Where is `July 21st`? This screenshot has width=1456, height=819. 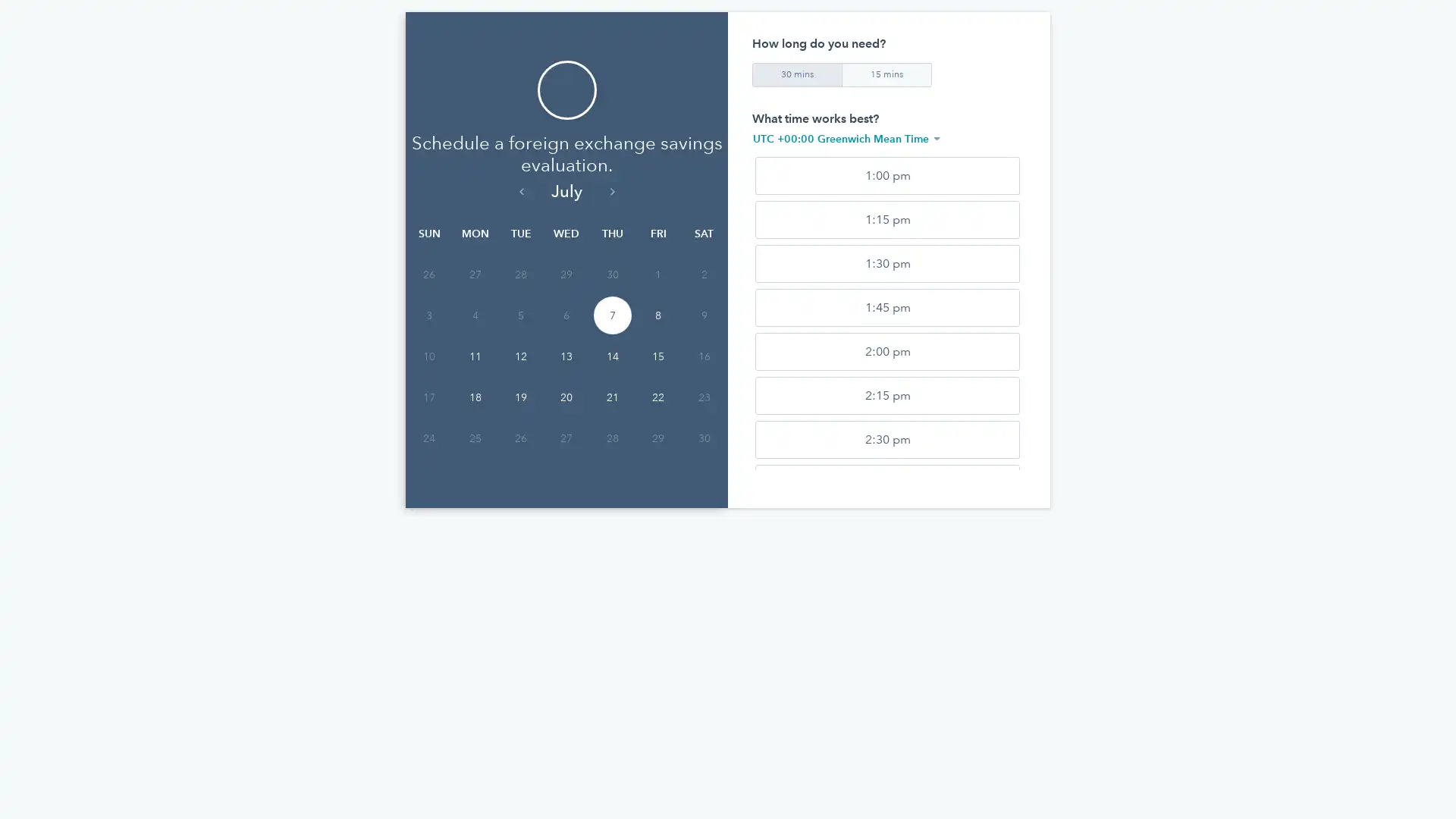 July 21st is located at coordinates (611, 397).